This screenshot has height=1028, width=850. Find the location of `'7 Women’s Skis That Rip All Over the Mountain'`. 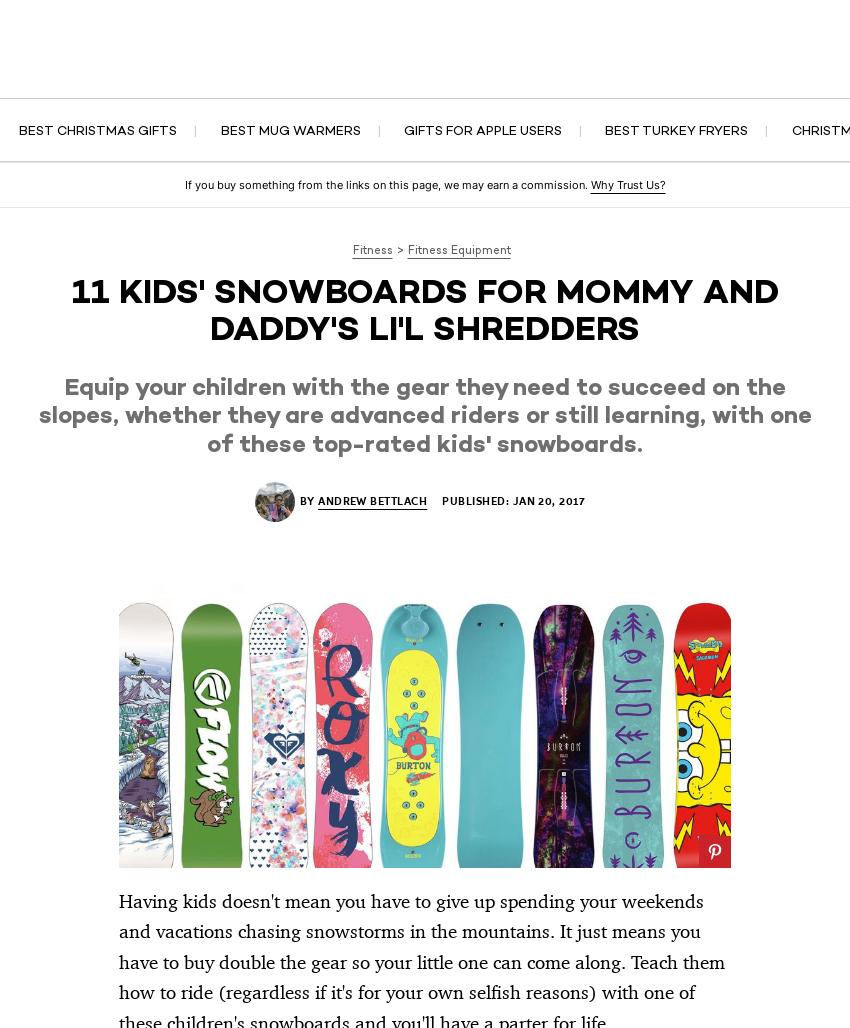

'7 Women’s Skis That Rip All Over the Mountain' is located at coordinates (39, 893).